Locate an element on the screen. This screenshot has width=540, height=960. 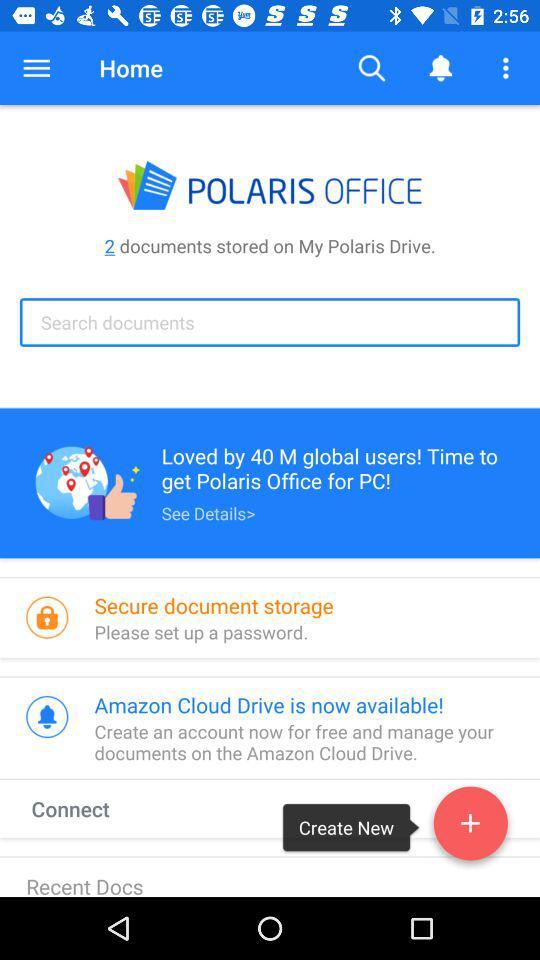
the add icon is located at coordinates (470, 827).